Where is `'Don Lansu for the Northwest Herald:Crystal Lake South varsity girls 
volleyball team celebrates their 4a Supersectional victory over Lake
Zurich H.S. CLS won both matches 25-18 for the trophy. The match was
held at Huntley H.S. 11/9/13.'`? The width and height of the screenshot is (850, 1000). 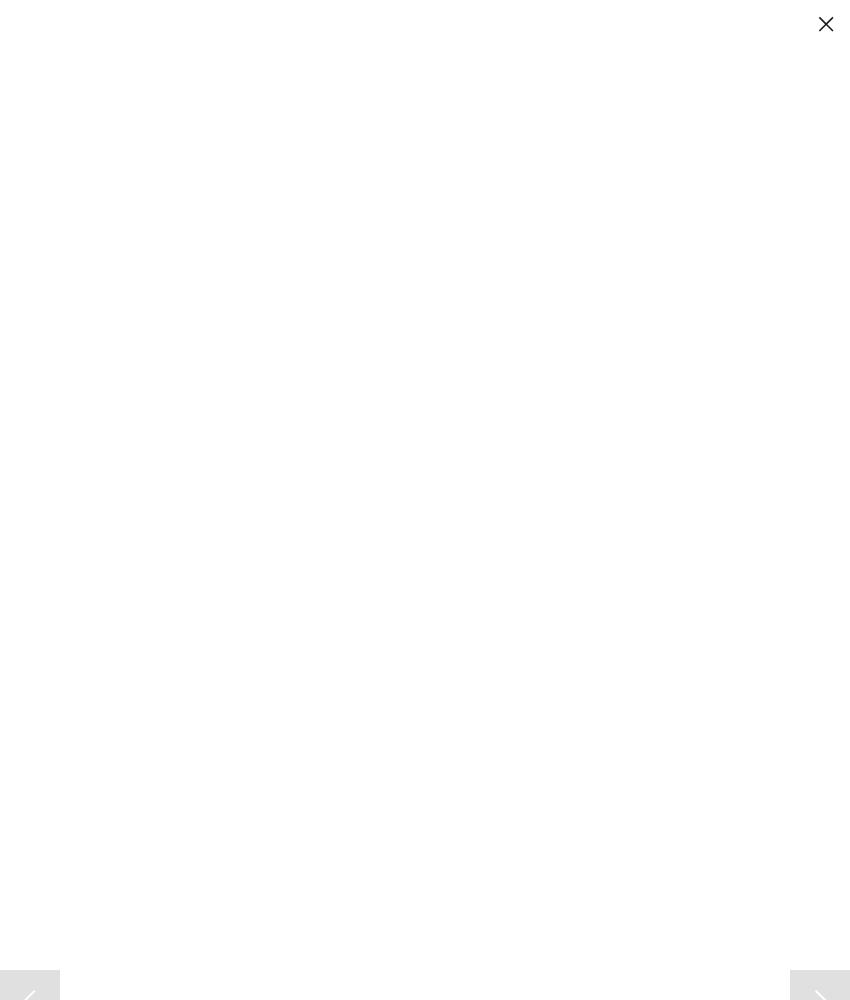
'Don Lansu for the Northwest Herald:Crystal Lake South varsity girls 
volleyball team celebrates their 4a Supersectional victory over Lake
Zurich H.S. CLS won both matches 25-18 for the trophy. The match was
held at Huntley H.S. 11/9/13.' is located at coordinates (198, 927).